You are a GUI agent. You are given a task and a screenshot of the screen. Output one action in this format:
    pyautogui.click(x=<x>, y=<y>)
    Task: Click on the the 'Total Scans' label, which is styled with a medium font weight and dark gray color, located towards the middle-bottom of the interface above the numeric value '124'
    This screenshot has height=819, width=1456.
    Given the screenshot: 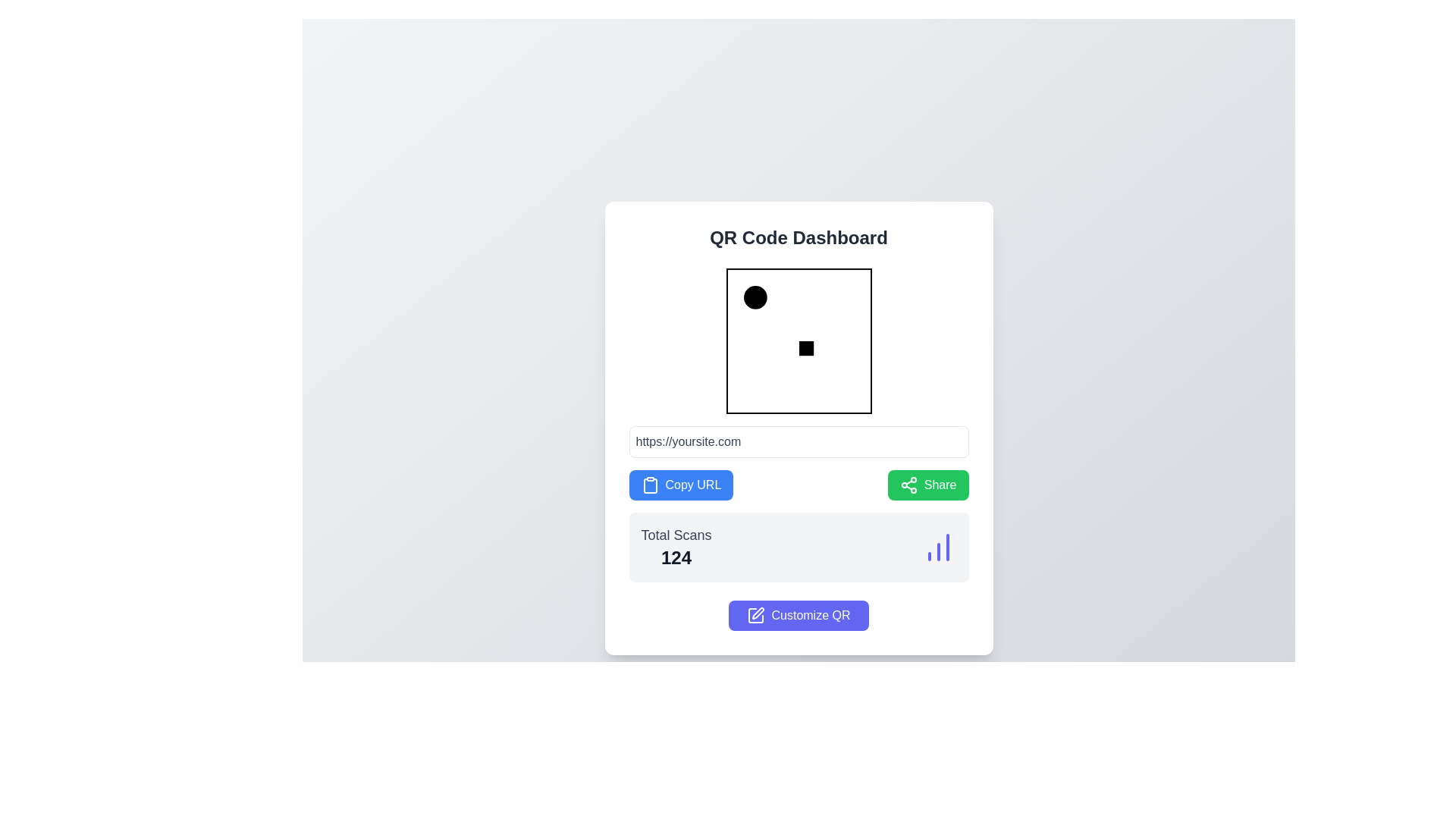 What is the action you would take?
    pyautogui.click(x=676, y=534)
    